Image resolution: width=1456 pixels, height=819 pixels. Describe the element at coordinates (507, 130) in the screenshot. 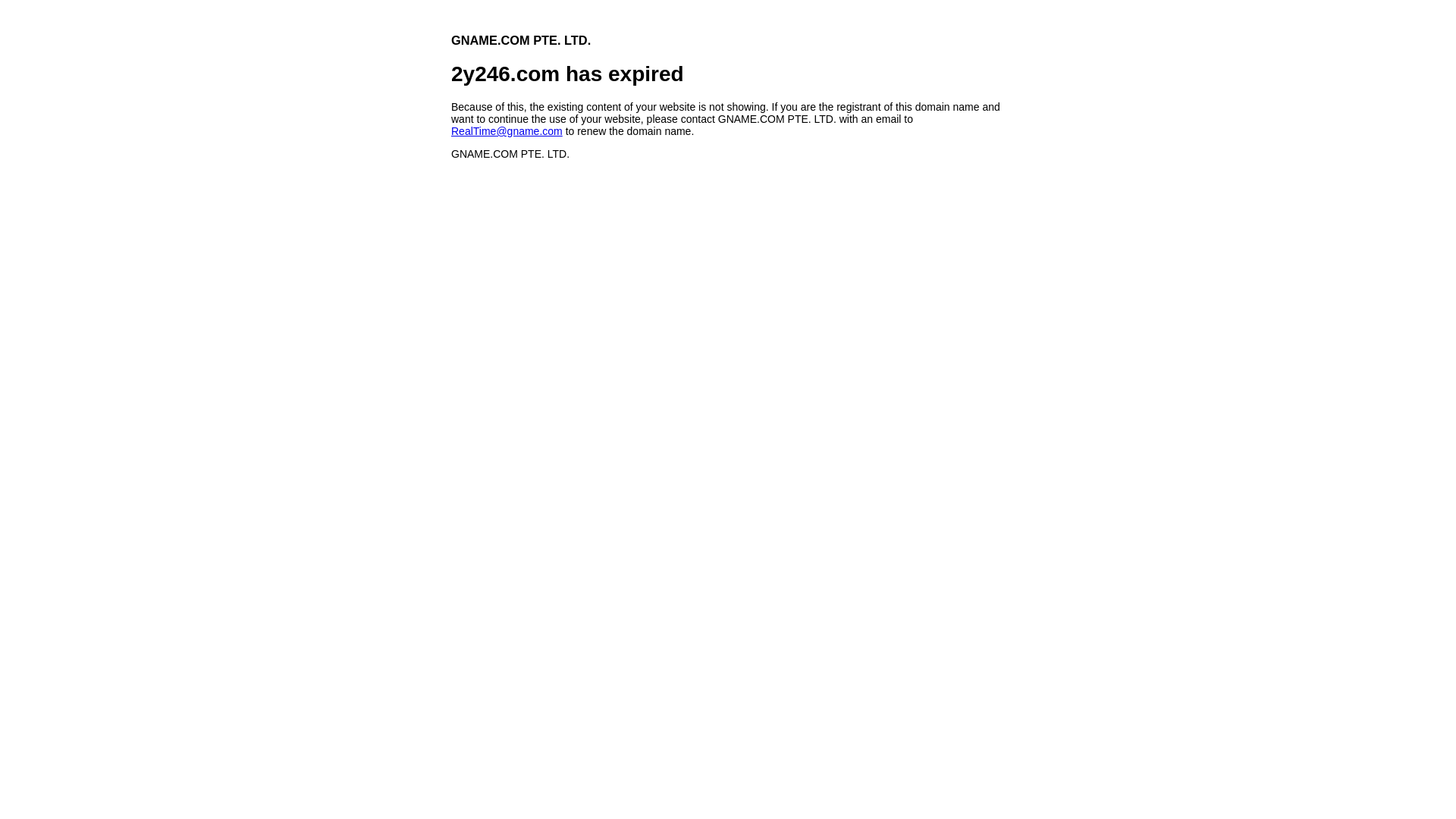

I see `'RealTime@gname.com'` at that location.